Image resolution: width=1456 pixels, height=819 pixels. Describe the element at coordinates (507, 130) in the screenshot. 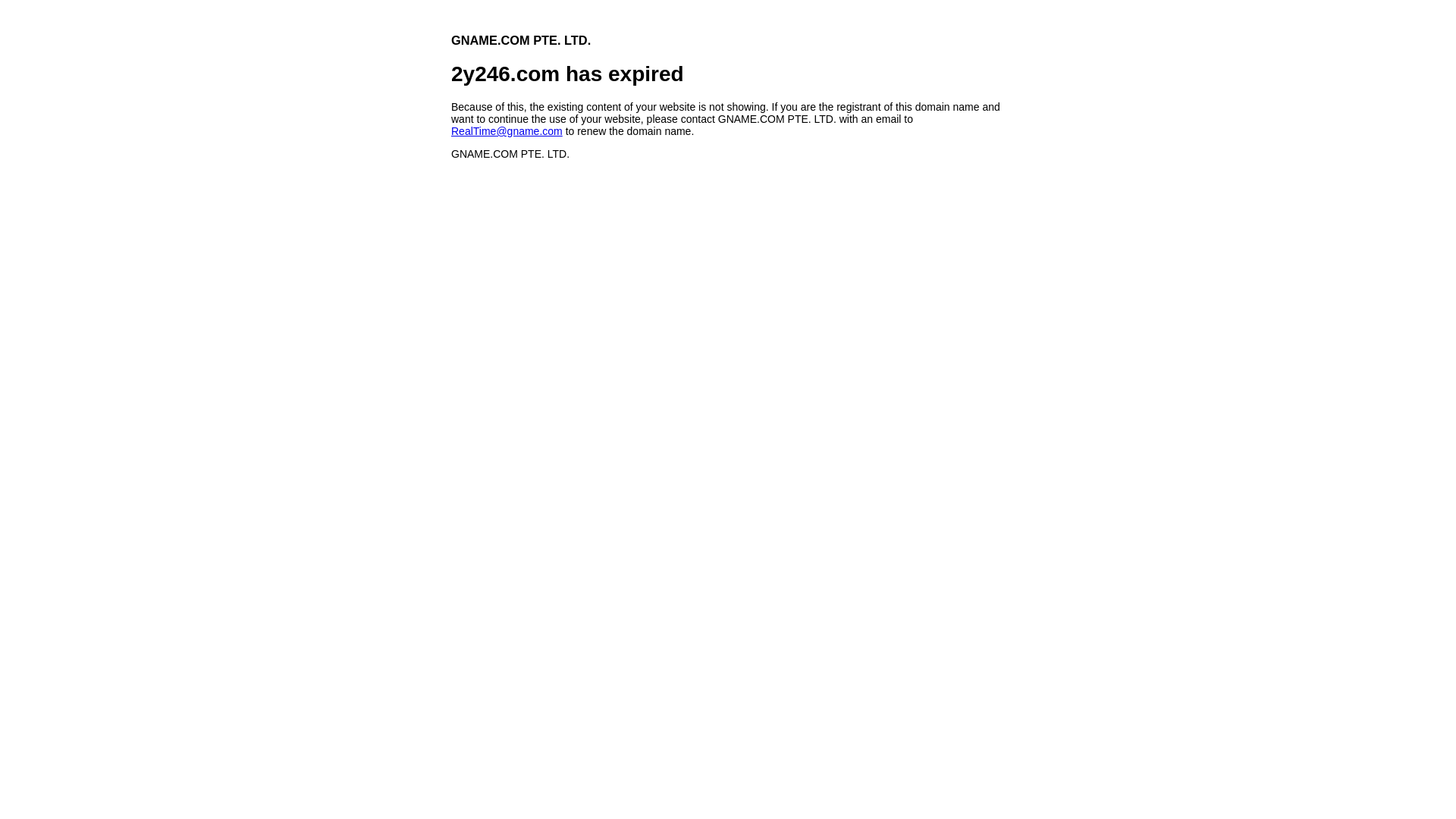

I see `'RealTime@gname.com'` at that location.